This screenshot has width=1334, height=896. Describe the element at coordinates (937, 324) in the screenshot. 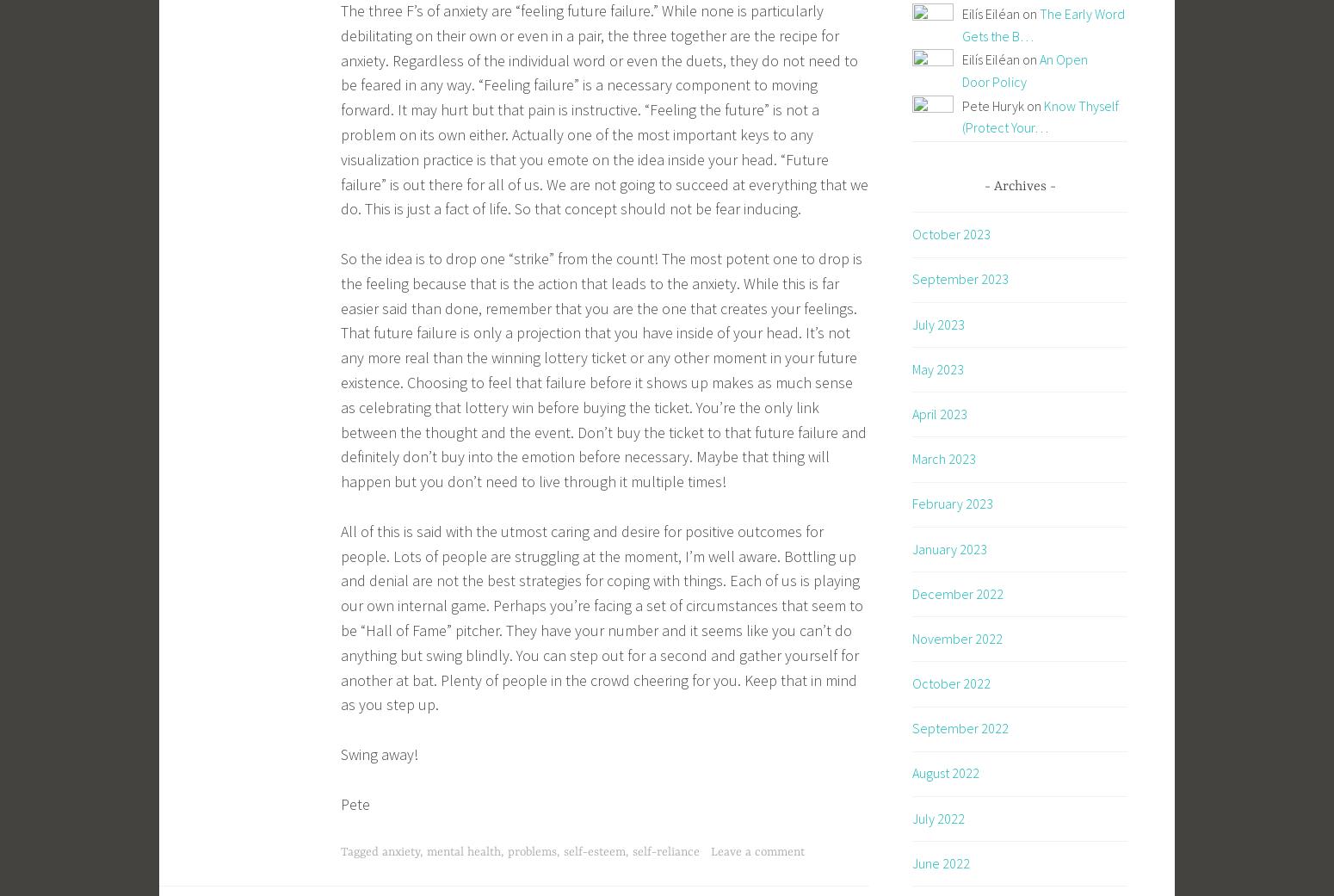

I see `'July 2023'` at that location.